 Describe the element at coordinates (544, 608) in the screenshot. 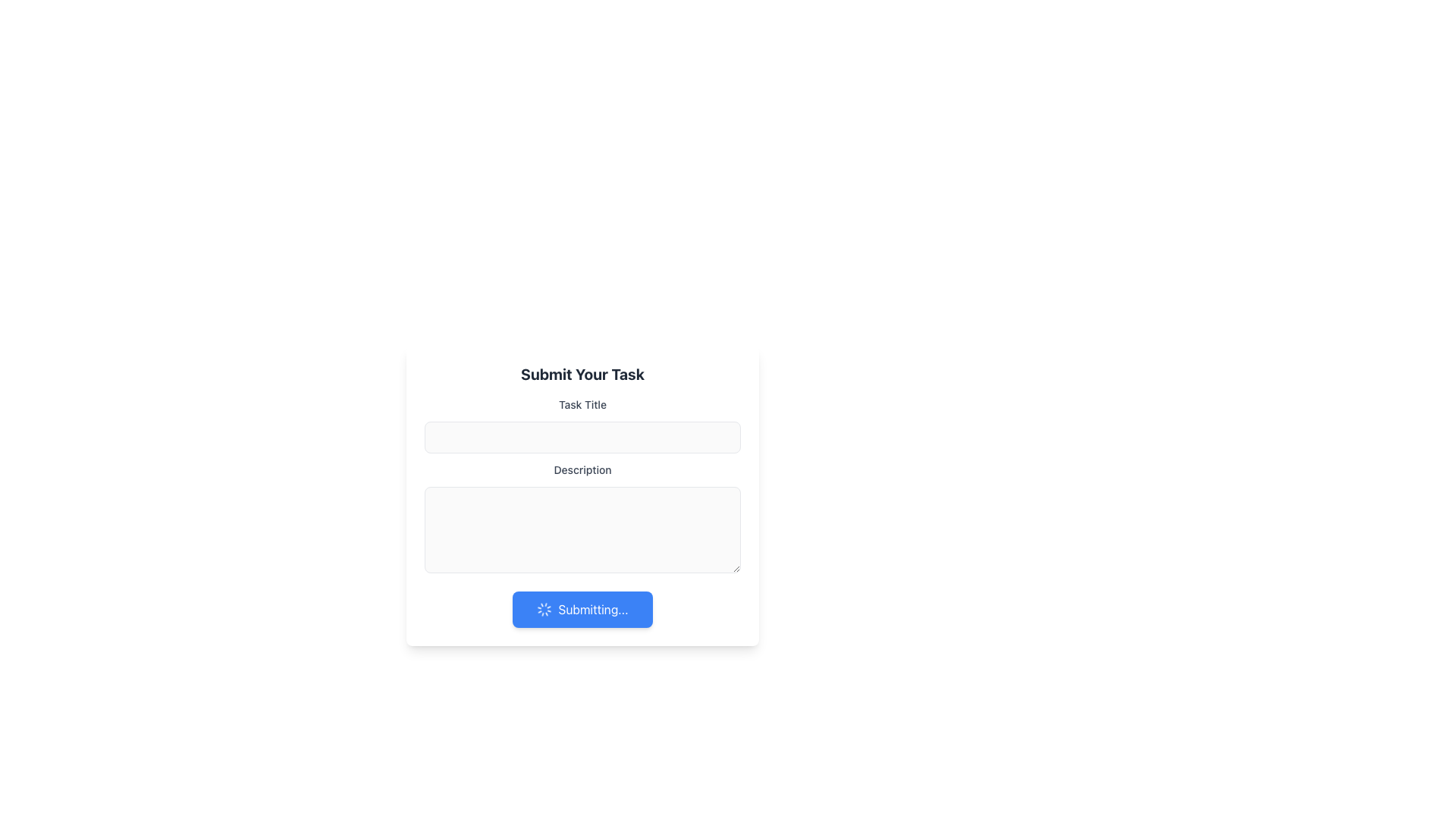

I see `the spinner icon located within the 'Submit Task' form, specifically to the left of the text 'Submitting...' in the button at the bottom center of the form` at that location.